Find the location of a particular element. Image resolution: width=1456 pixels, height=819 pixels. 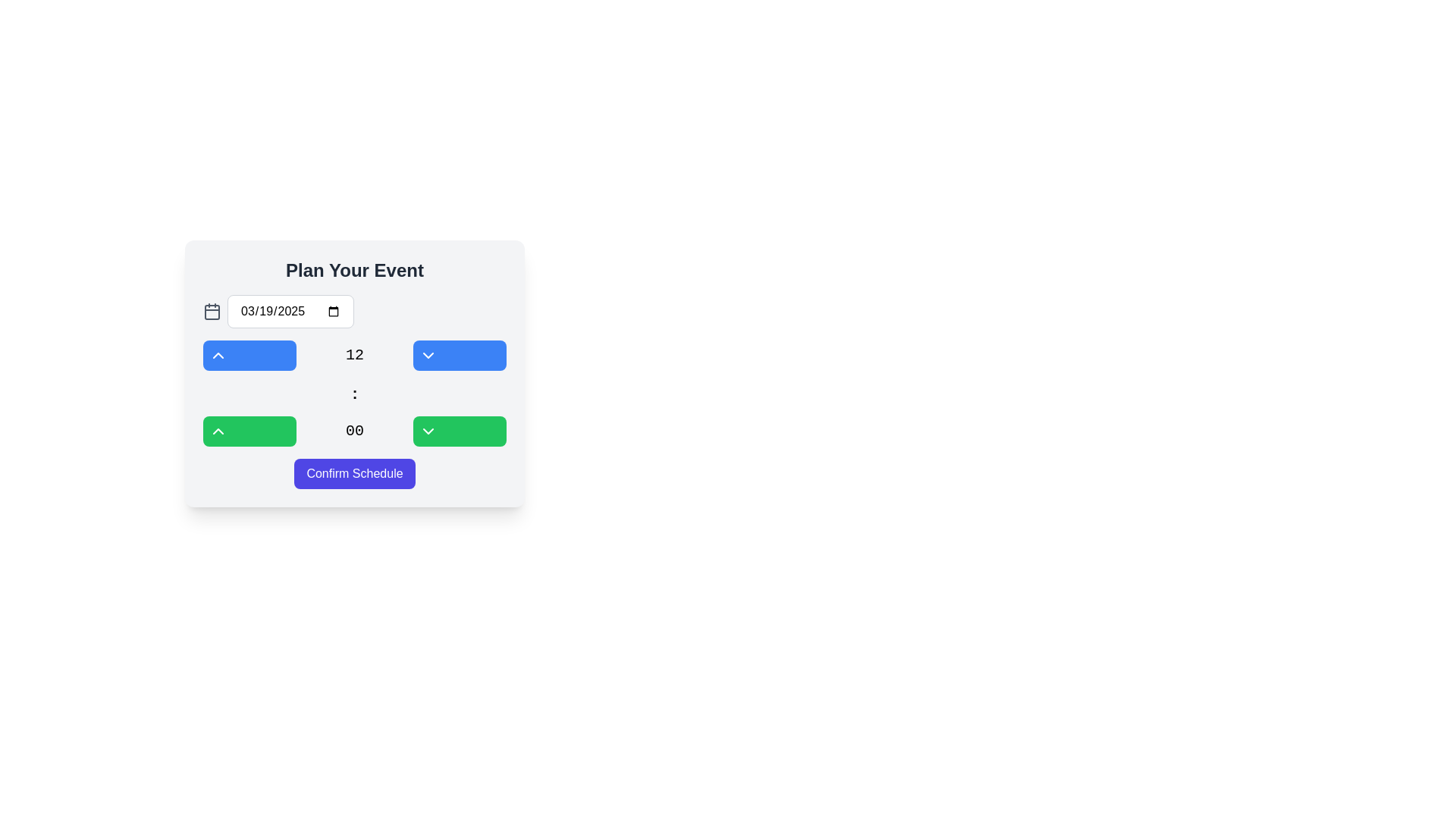

the increment button located at the top of the first column in the grid layout to increase the value is located at coordinates (249, 356).